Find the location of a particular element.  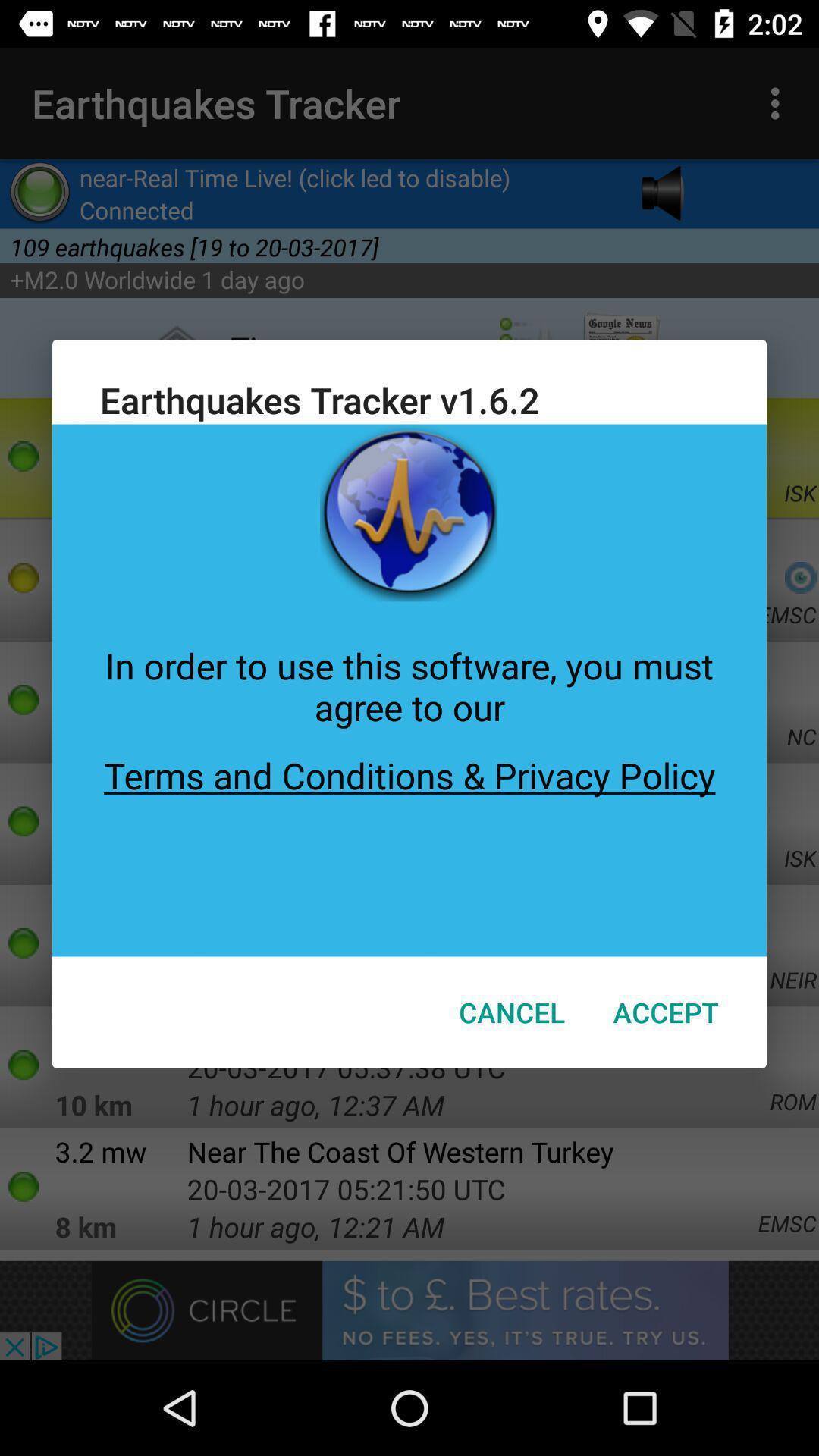

the icon below terms and conditions item is located at coordinates (512, 1012).